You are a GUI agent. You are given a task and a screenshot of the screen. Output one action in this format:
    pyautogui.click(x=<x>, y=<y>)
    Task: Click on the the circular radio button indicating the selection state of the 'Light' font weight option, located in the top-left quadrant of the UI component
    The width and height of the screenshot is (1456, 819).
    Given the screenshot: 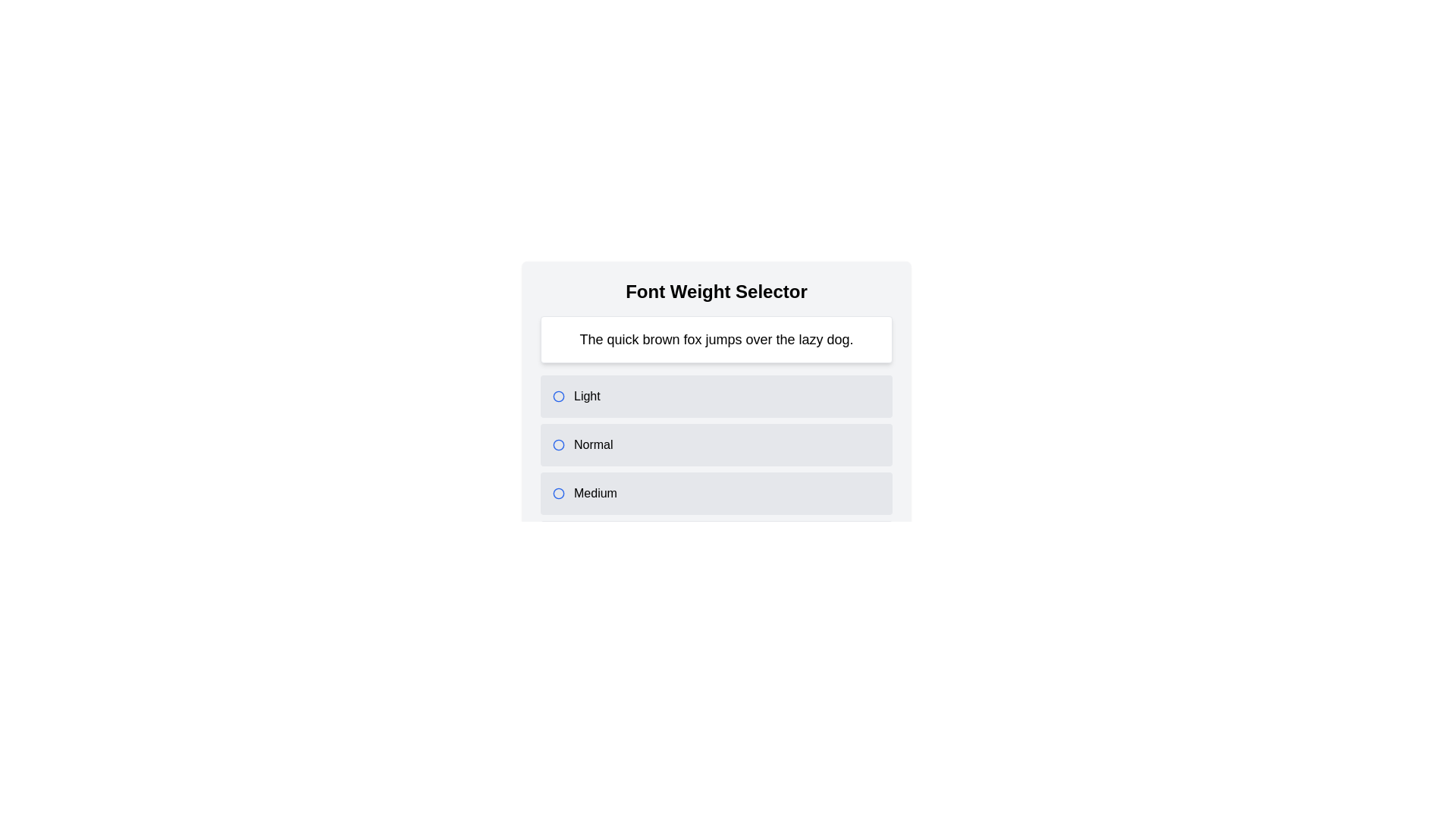 What is the action you would take?
    pyautogui.click(x=558, y=396)
    